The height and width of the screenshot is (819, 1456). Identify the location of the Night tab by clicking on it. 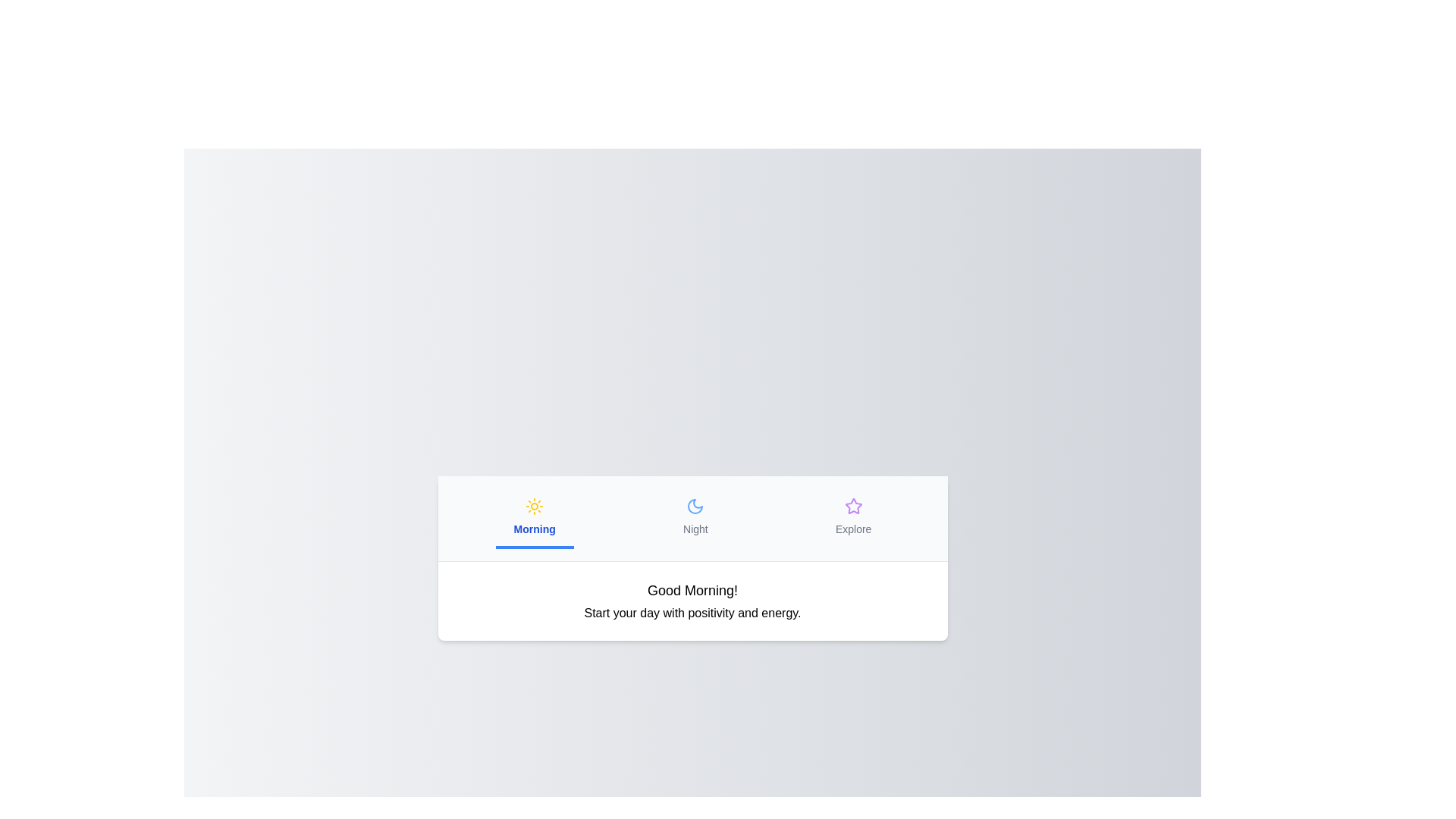
(694, 516).